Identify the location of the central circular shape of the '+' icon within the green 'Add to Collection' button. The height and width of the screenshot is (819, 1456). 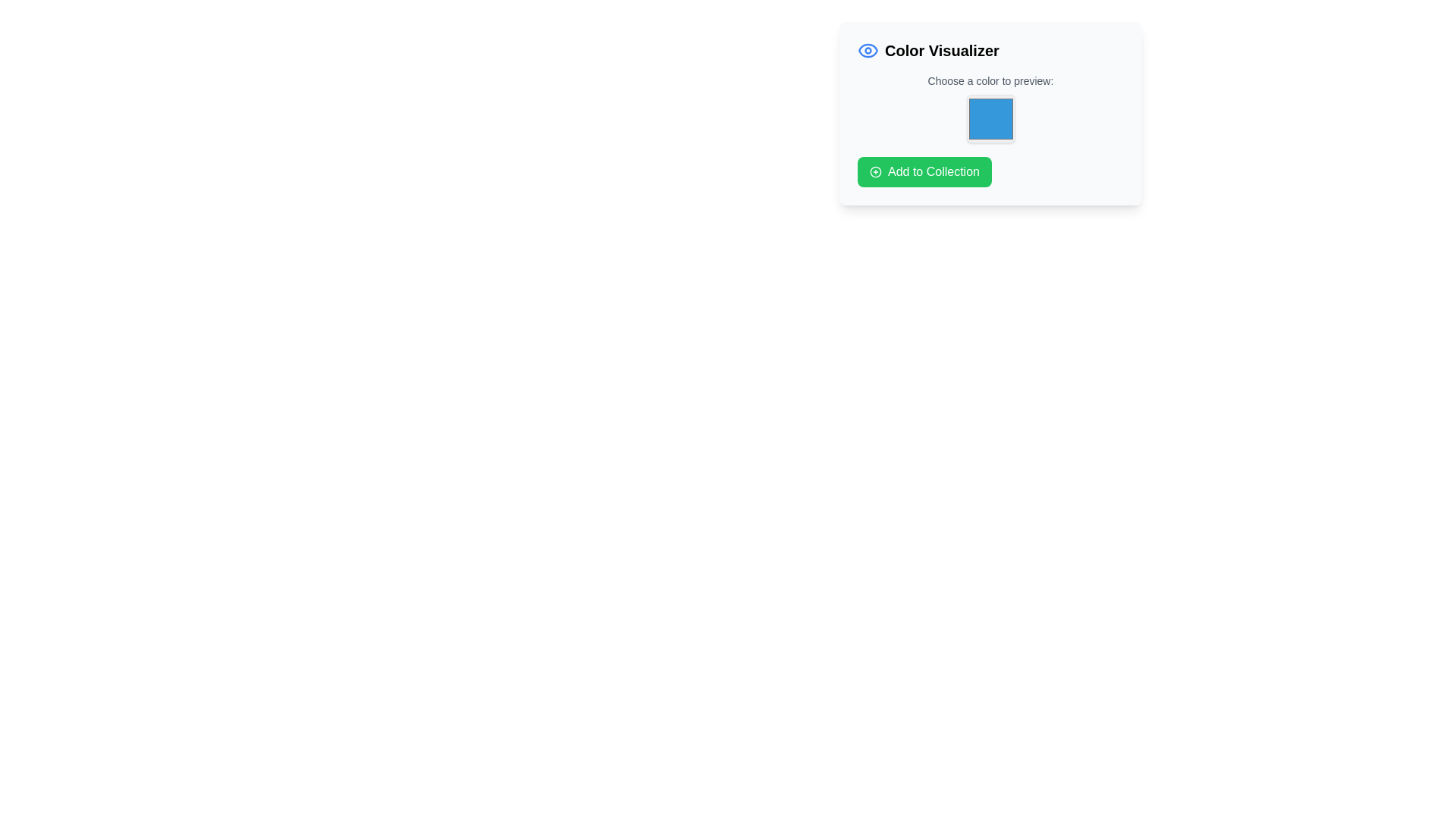
(876, 171).